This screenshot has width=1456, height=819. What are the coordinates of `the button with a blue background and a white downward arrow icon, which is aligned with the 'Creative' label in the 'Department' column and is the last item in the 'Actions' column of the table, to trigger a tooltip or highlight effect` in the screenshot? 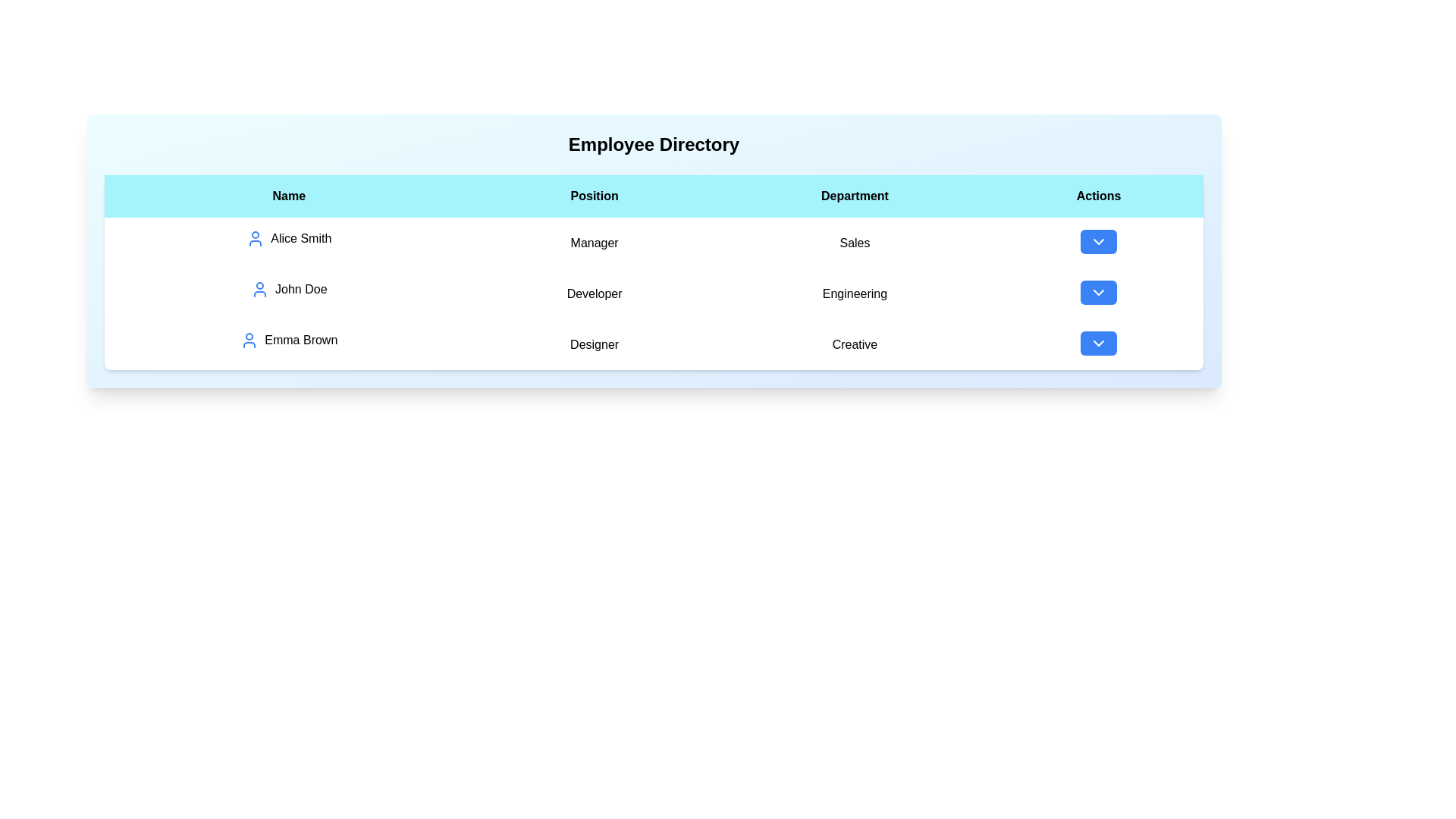 It's located at (1099, 343).